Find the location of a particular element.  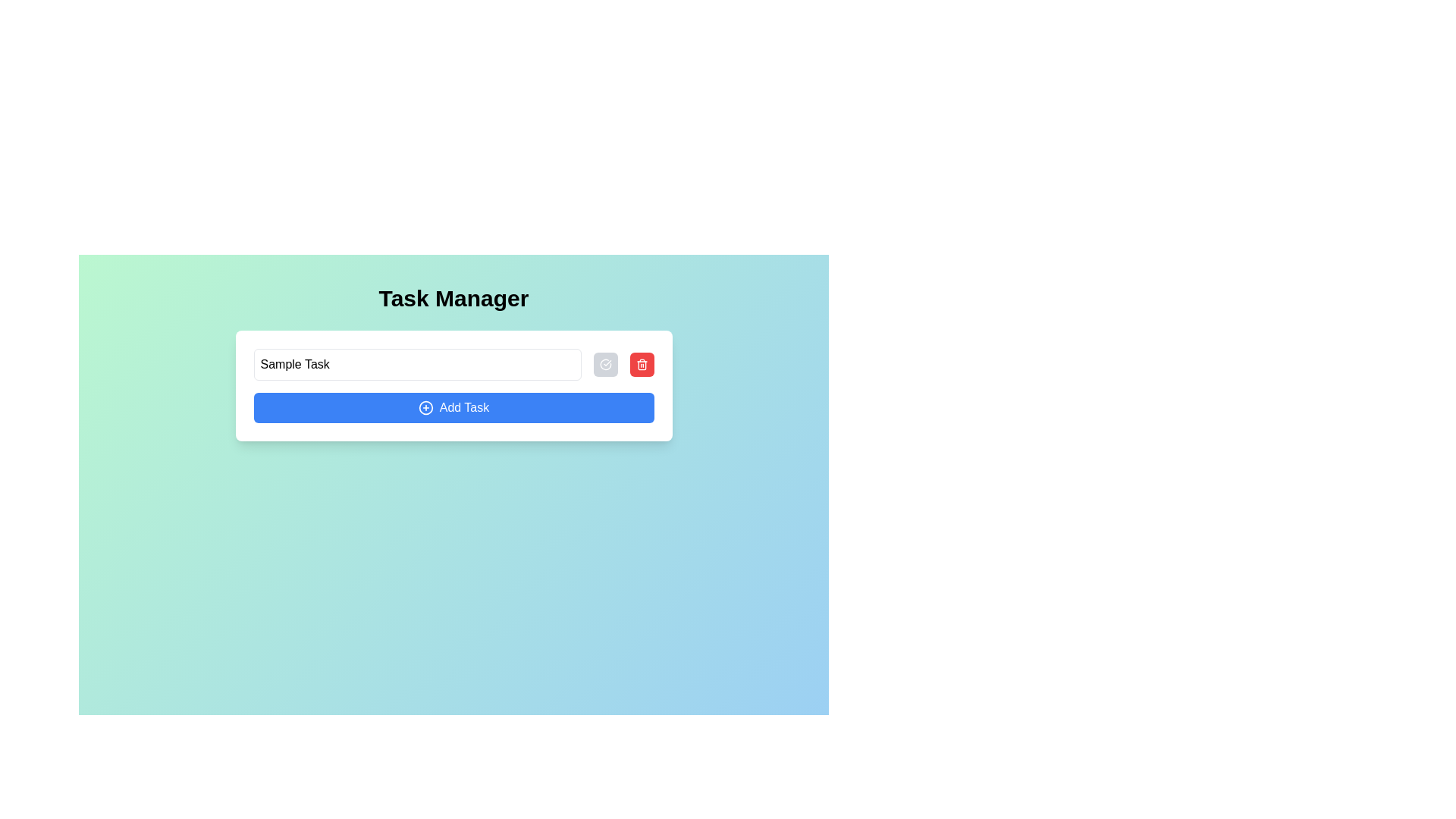

the 'Add Task' button located at the bottom of the white interface card, which is centered in a gradient background, to change its background color is located at coordinates (453, 385).